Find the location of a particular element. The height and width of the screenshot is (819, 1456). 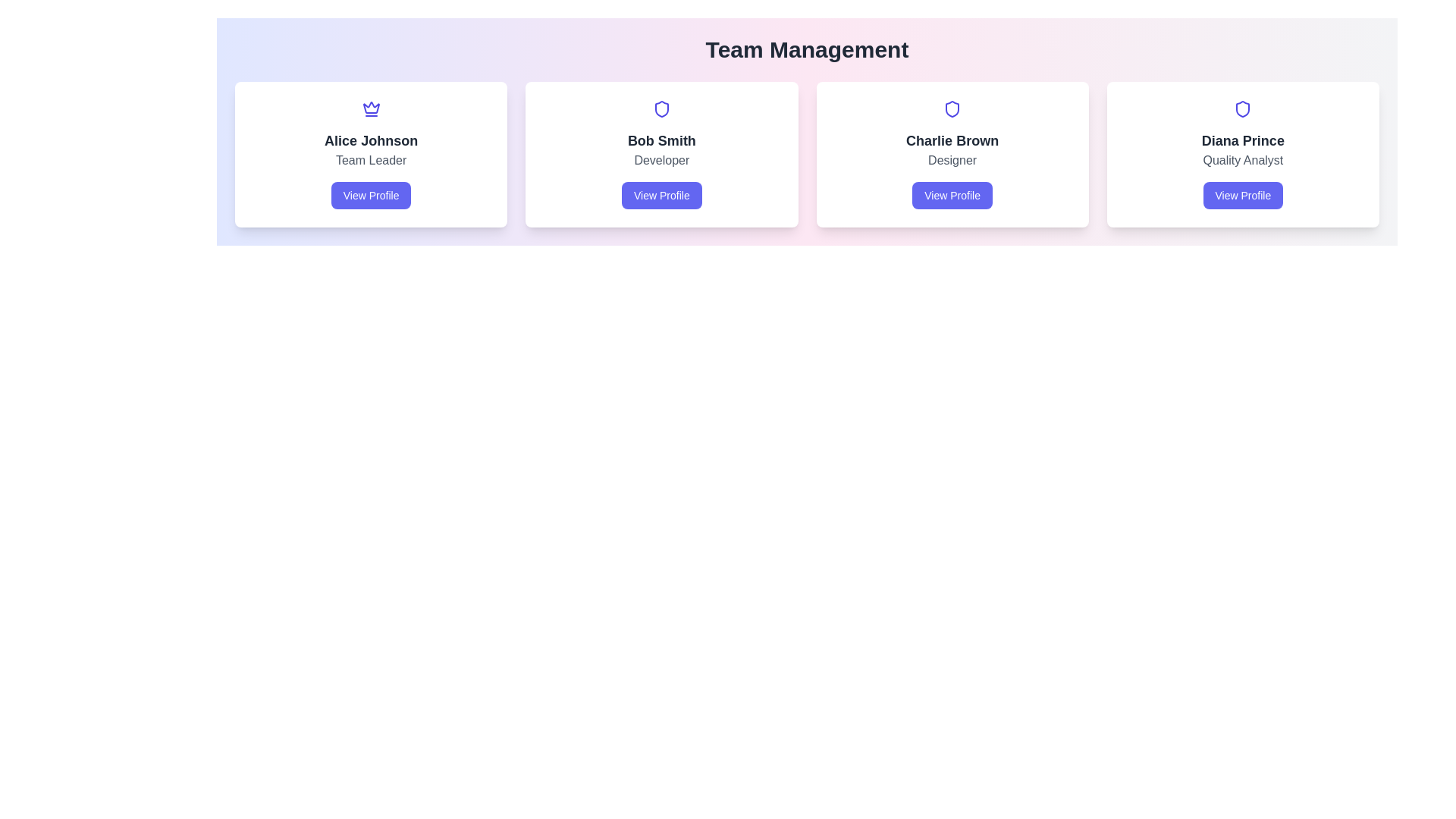

the shield-like icon located centrally near the top edge of the 'Diana Prince' card, which is the right-most card in a horizontally arranged set of four cards is located at coordinates (1243, 108).